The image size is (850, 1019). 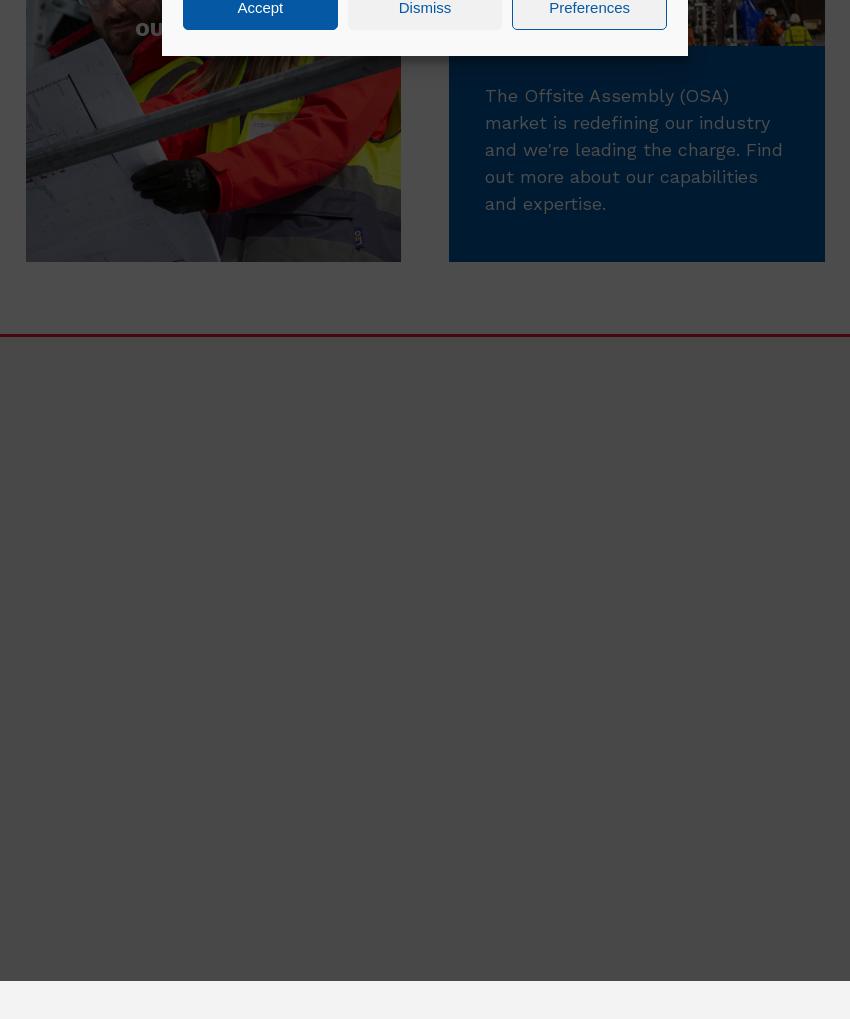 I want to click on 'Explore', so click(x=706, y=396).